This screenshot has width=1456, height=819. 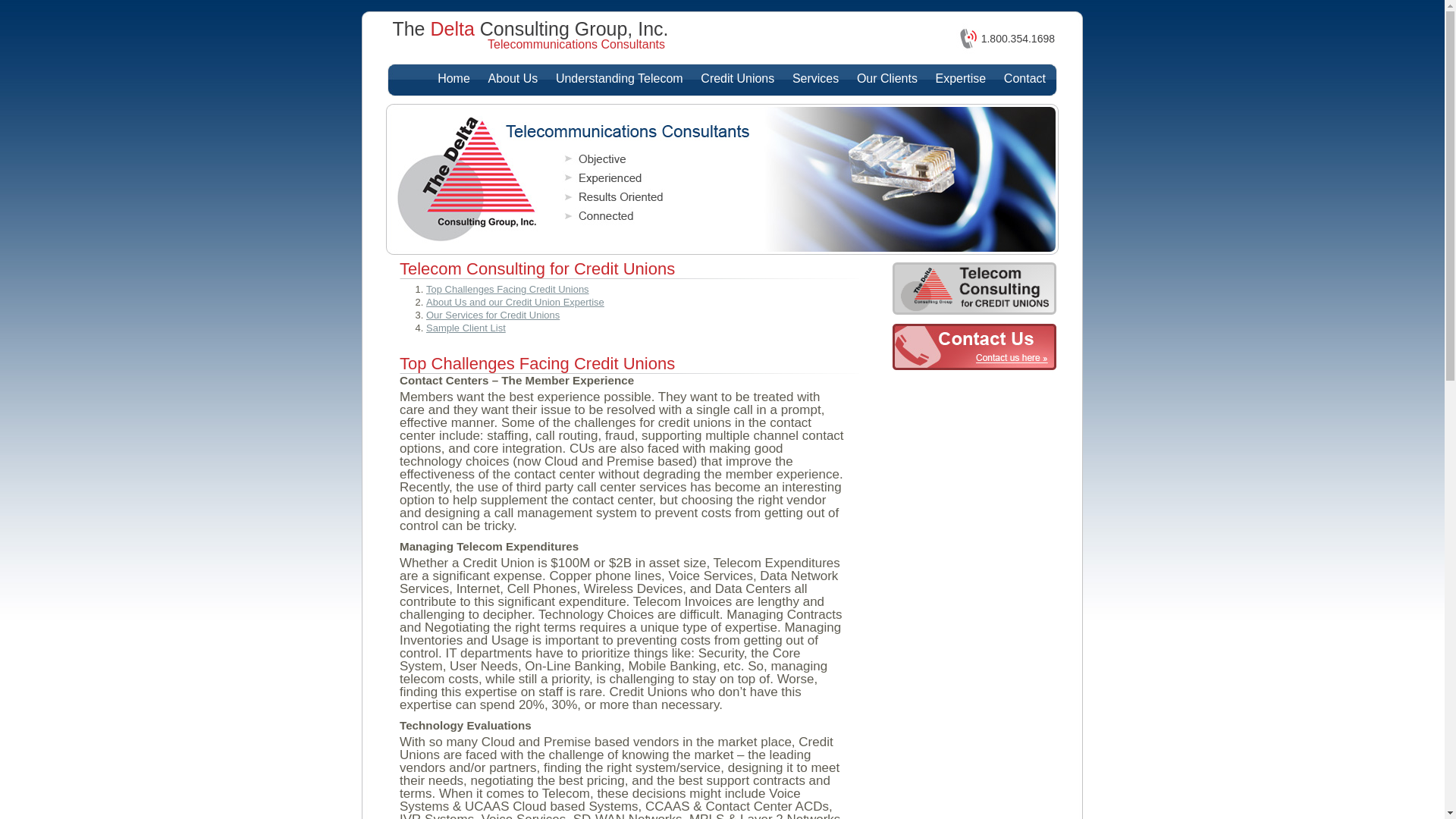 I want to click on 'Services', so click(x=814, y=78).